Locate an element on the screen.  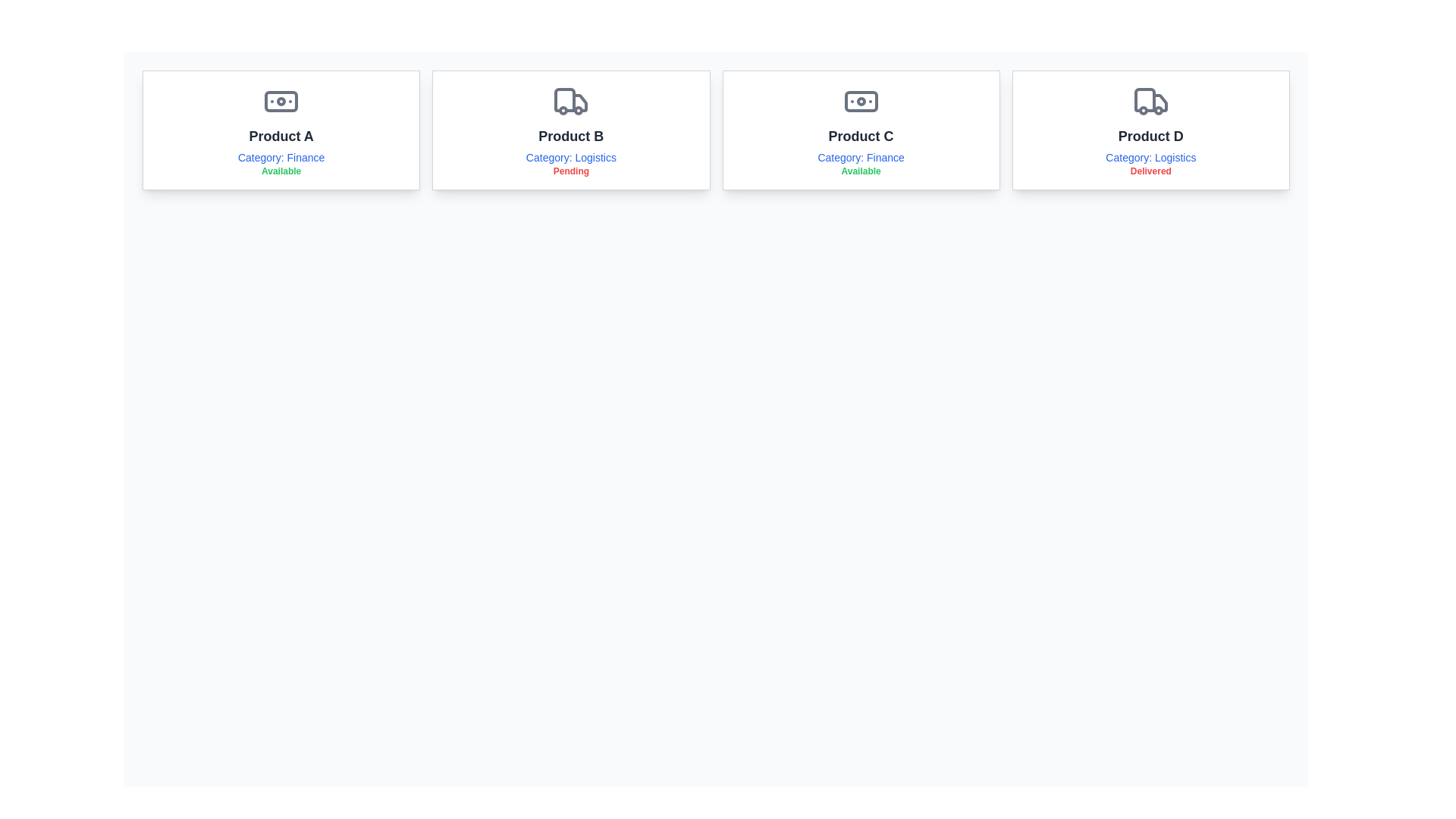
the 'Available' status text label located within the card for 'Product A', below the 'Category: Finance' label is located at coordinates (281, 171).